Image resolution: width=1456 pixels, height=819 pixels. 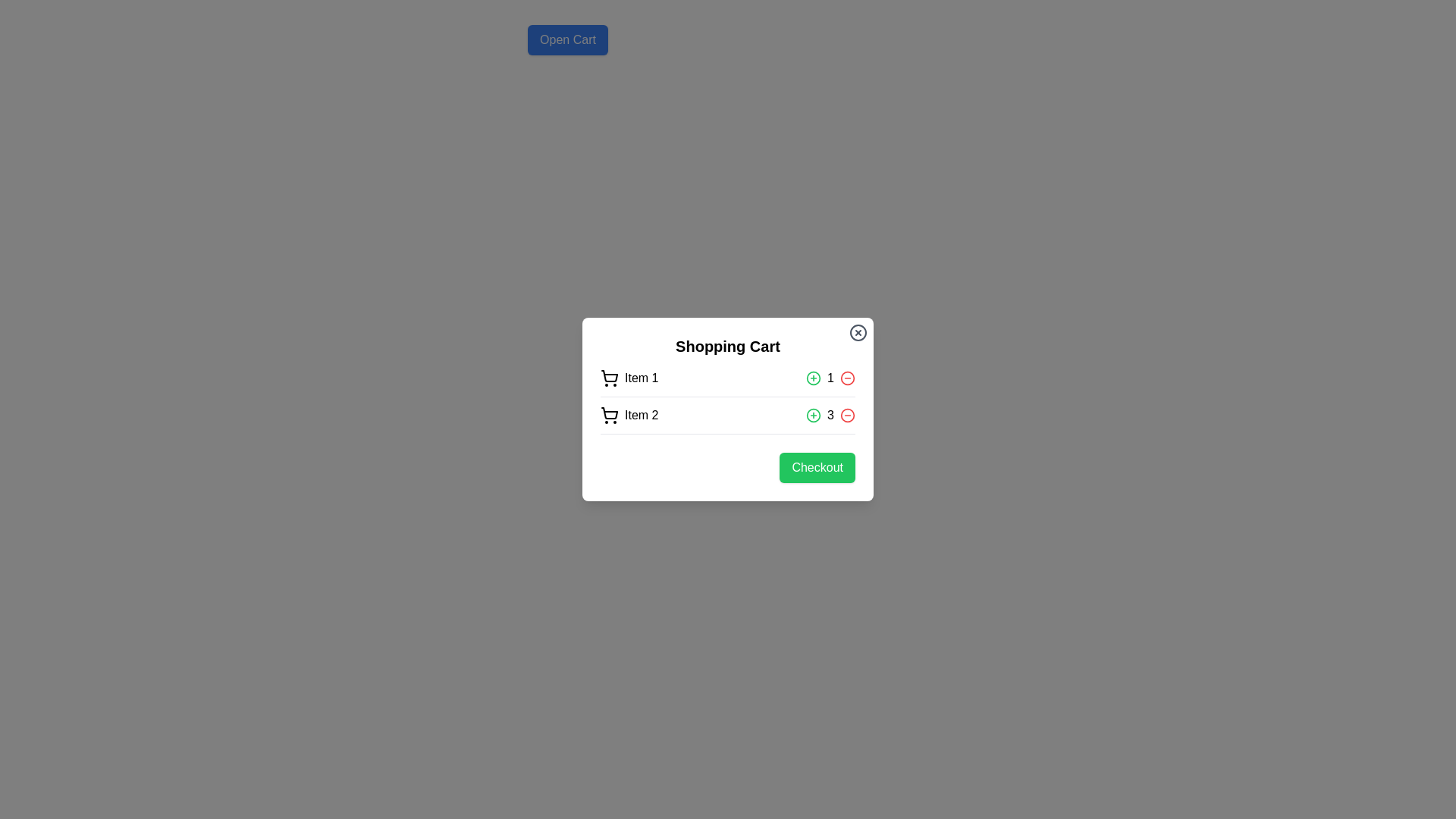 What do you see at coordinates (813, 377) in the screenshot?
I see `the increment quantity button for the second item in the shopping cart` at bounding box center [813, 377].